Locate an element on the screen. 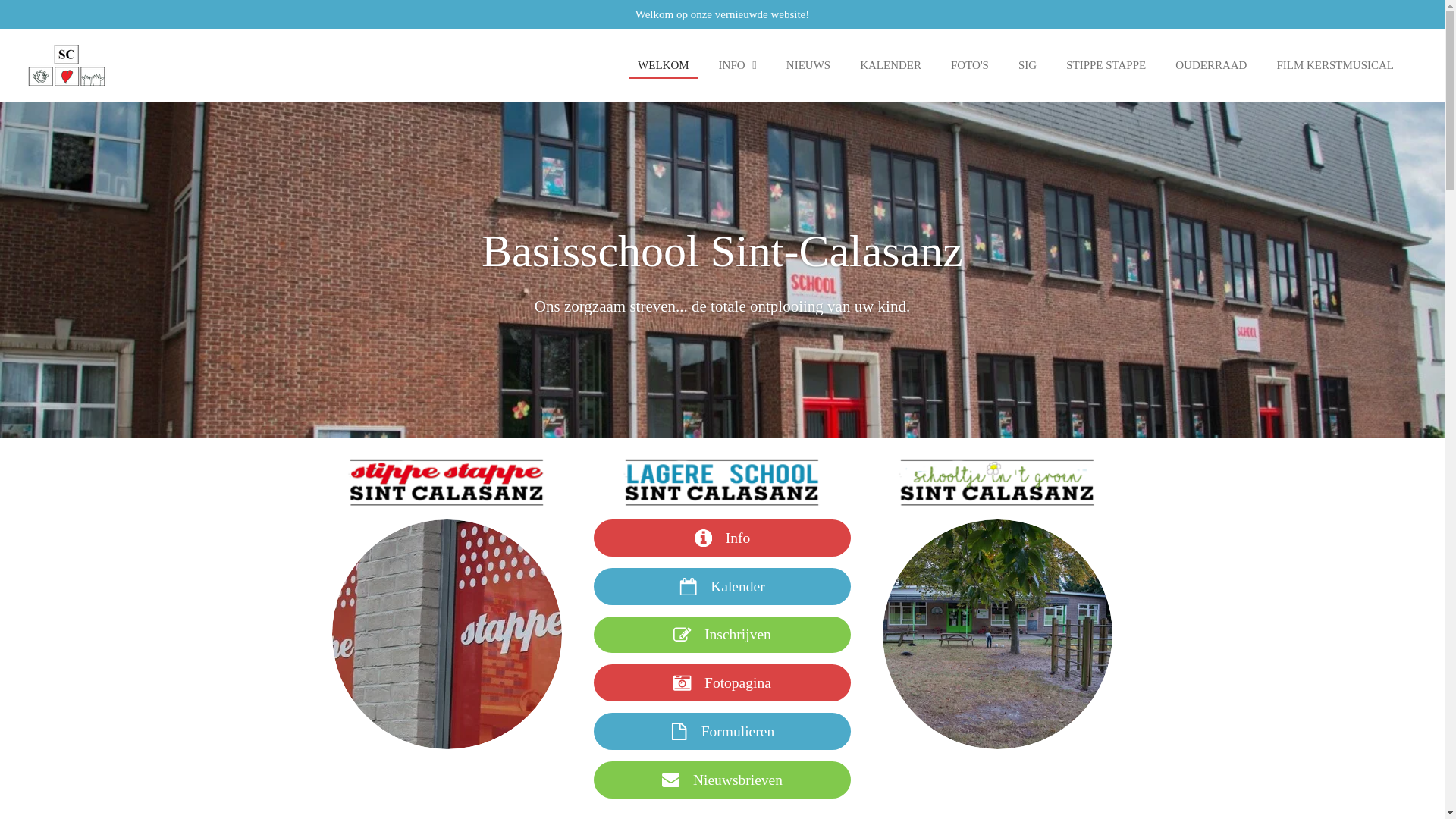  'FILM KERSTMUSICAL' is located at coordinates (1335, 64).